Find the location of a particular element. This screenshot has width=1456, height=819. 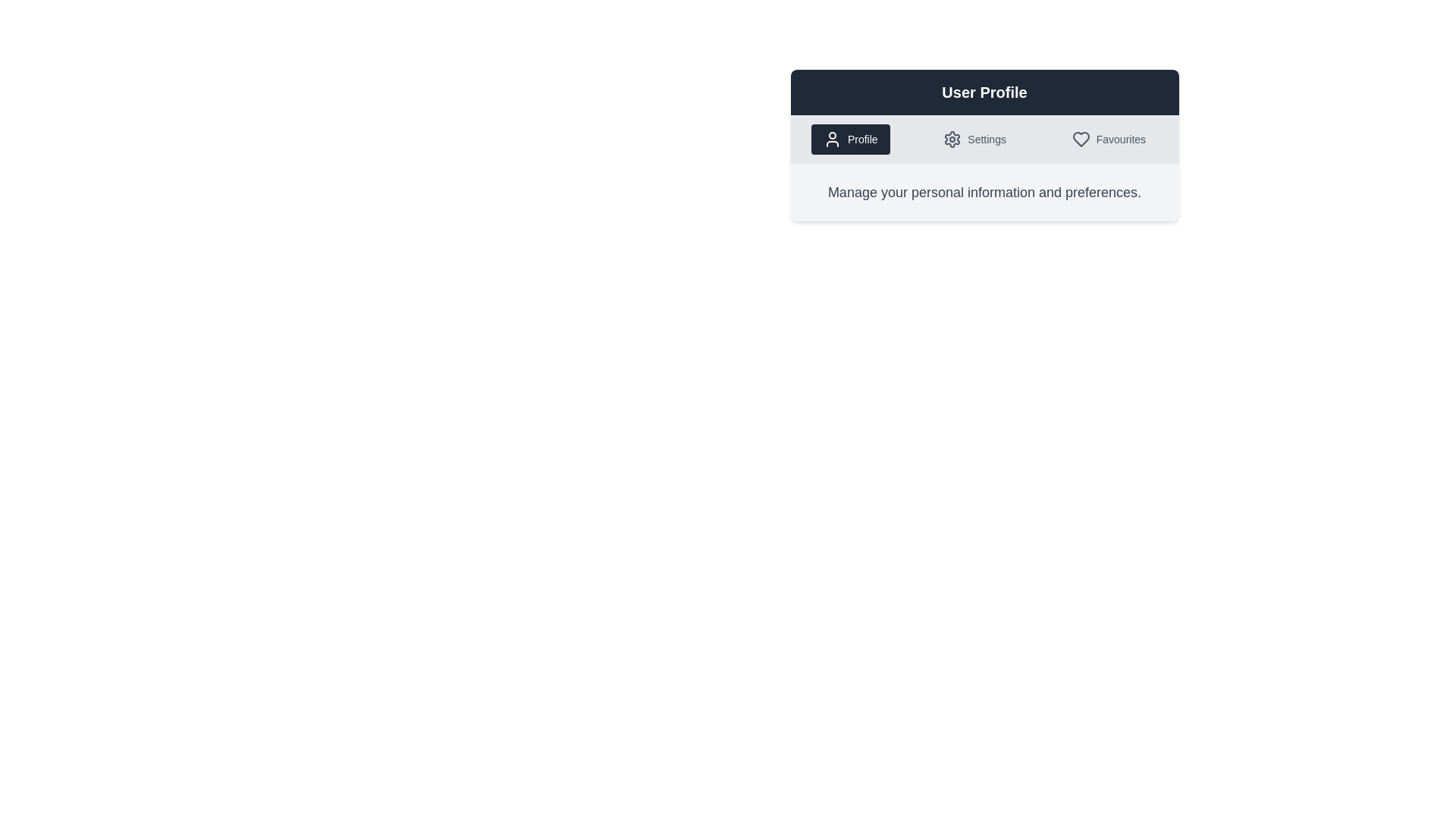

the tab labeled Settings to highlight it is located at coordinates (974, 140).